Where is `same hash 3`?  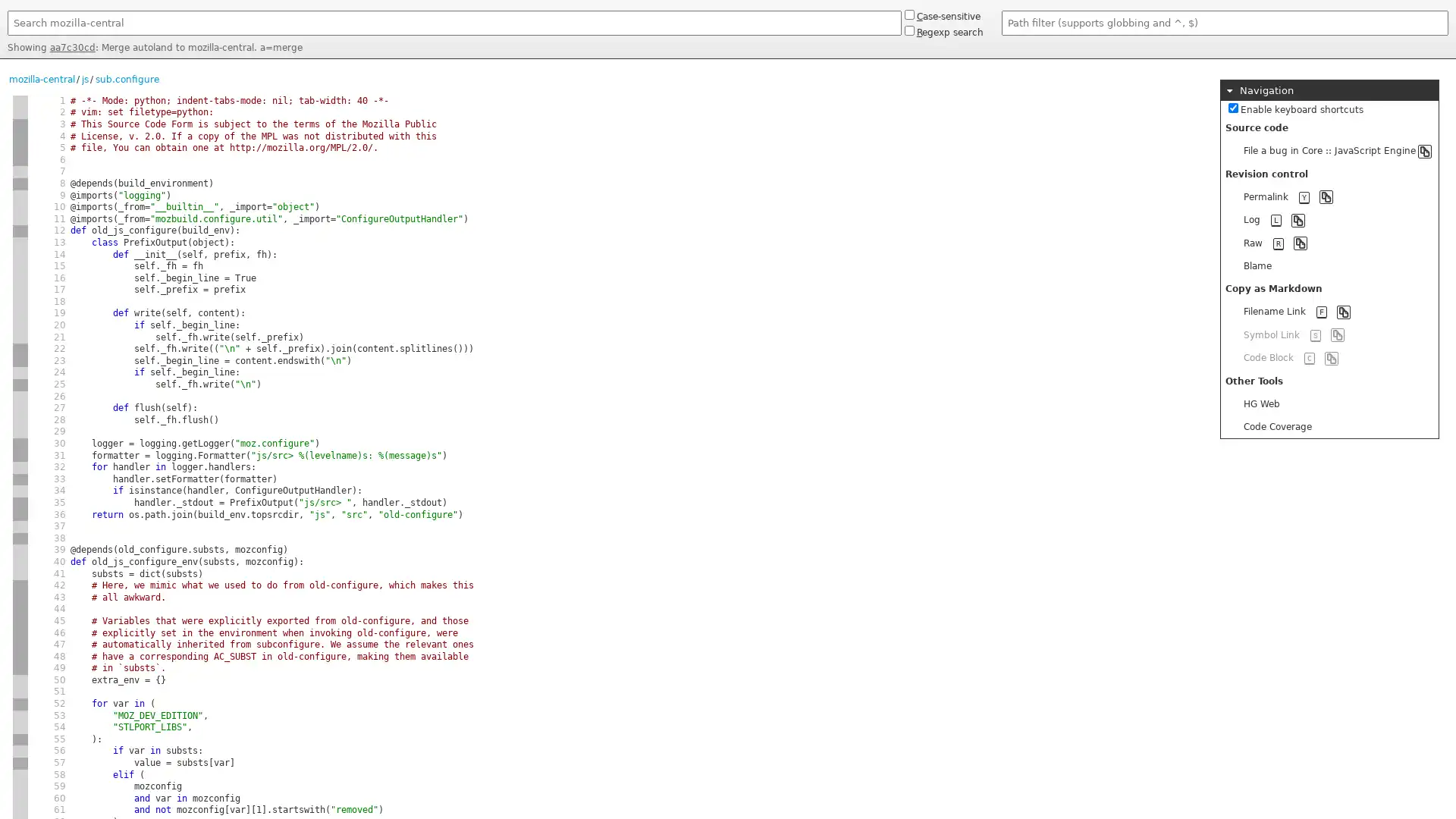 same hash 3 is located at coordinates (20, 455).